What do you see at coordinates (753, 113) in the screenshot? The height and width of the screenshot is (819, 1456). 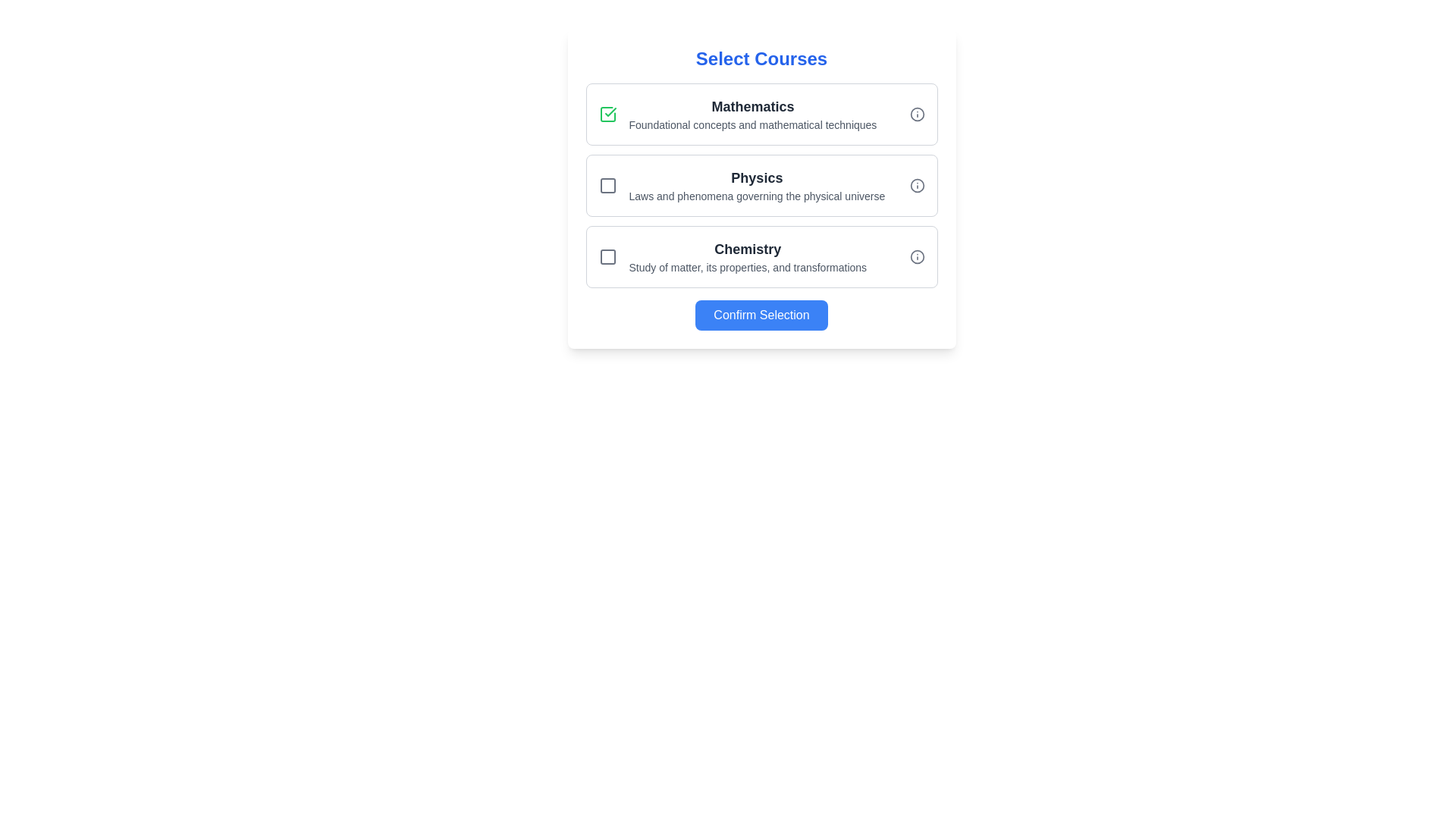 I see `the text block displaying the course title 'Mathematics' and its description, which is positioned in the first section of the 'Select Courses' interface, to the right of a checkbox and above an information icon` at bounding box center [753, 113].